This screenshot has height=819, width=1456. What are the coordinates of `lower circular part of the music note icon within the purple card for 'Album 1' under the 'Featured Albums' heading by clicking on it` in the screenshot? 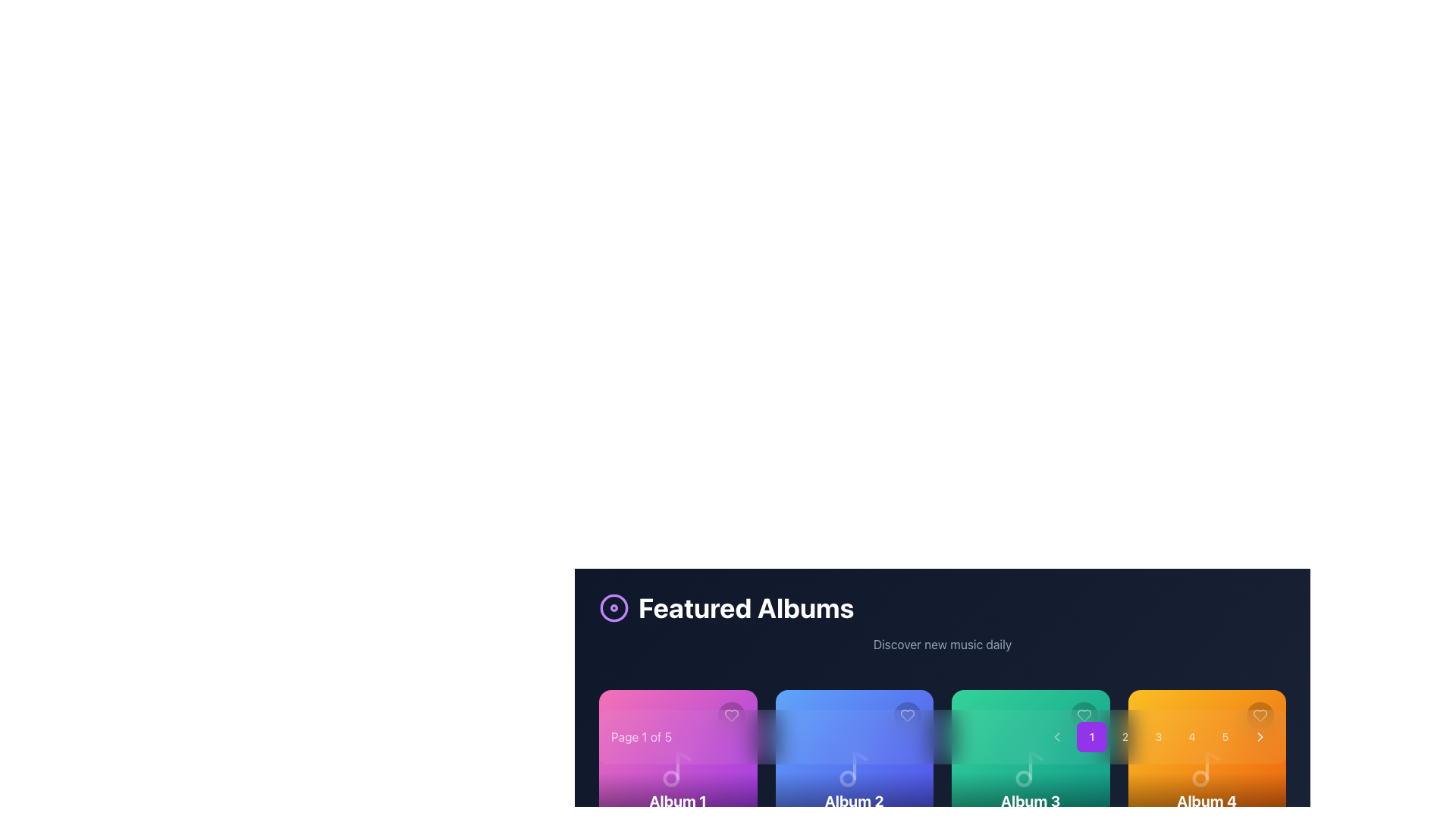 It's located at (670, 779).